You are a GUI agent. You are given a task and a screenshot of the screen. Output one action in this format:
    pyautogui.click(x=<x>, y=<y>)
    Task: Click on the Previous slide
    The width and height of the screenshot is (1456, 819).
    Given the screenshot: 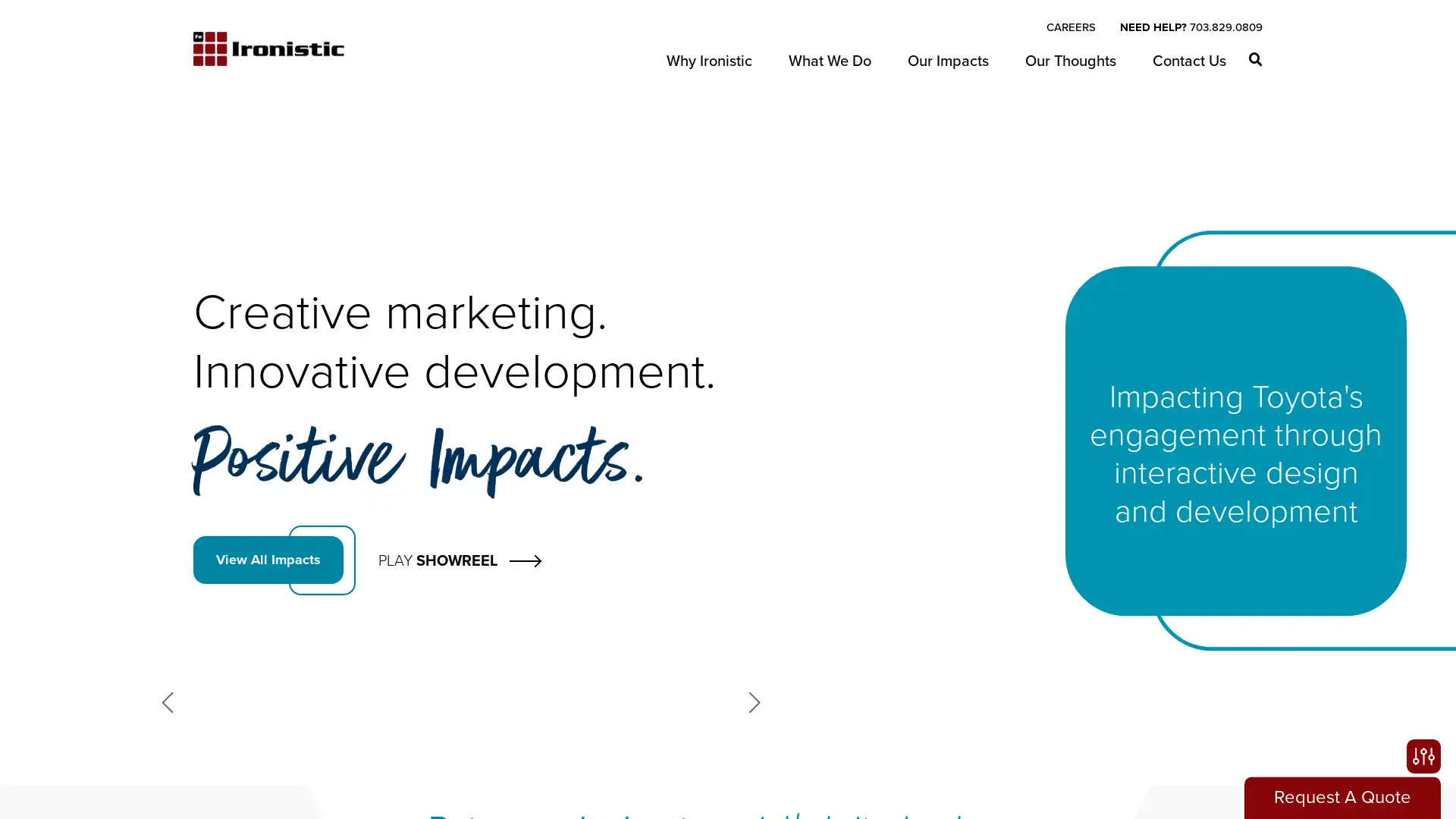 What is the action you would take?
    pyautogui.click(x=167, y=701)
    